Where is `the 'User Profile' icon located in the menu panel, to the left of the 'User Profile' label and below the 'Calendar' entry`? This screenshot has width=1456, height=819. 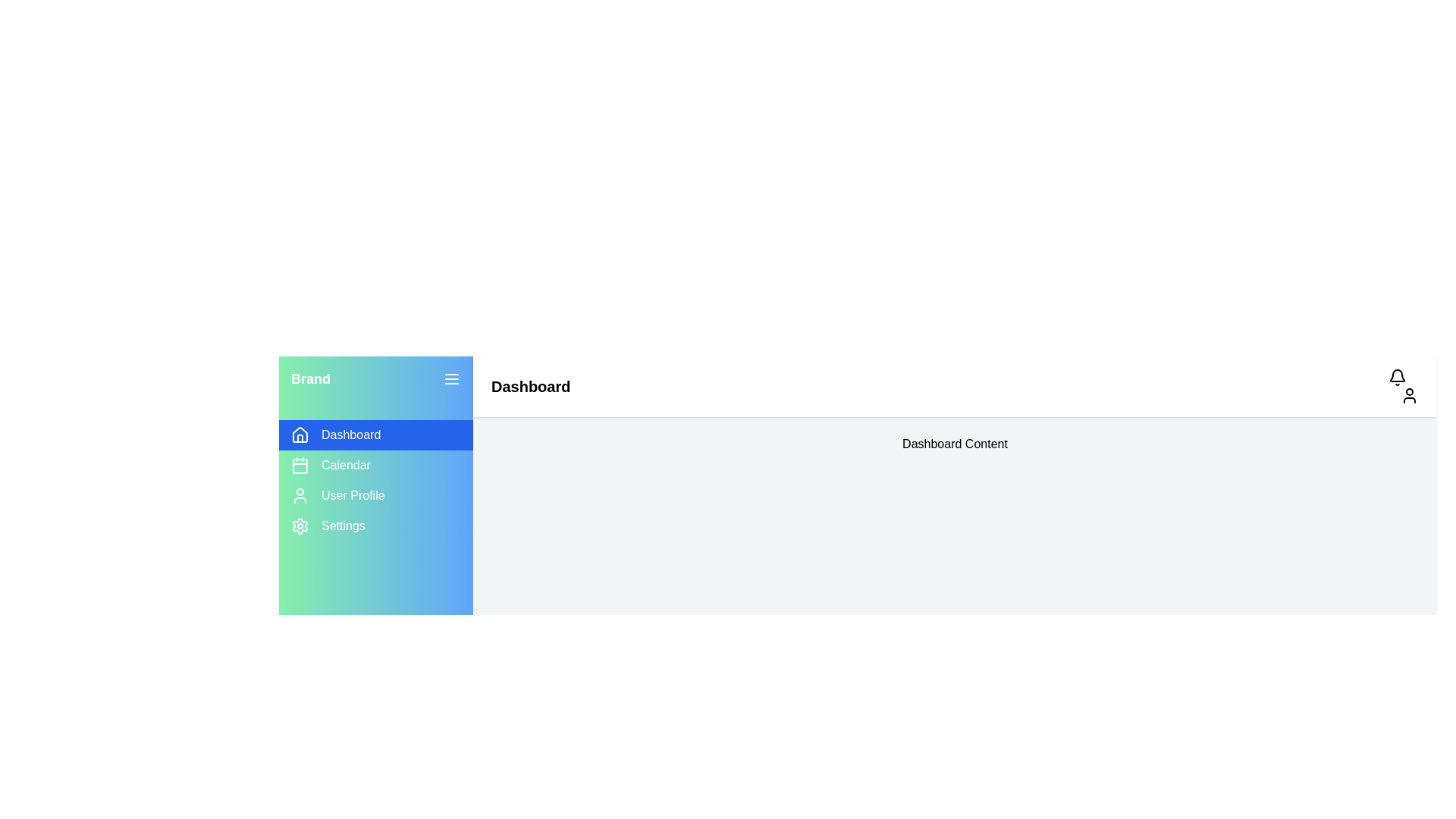
the 'User Profile' icon located in the menu panel, to the left of the 'User Profile' label and below the 'Calendar' entry is located at coordinates (300, 496).